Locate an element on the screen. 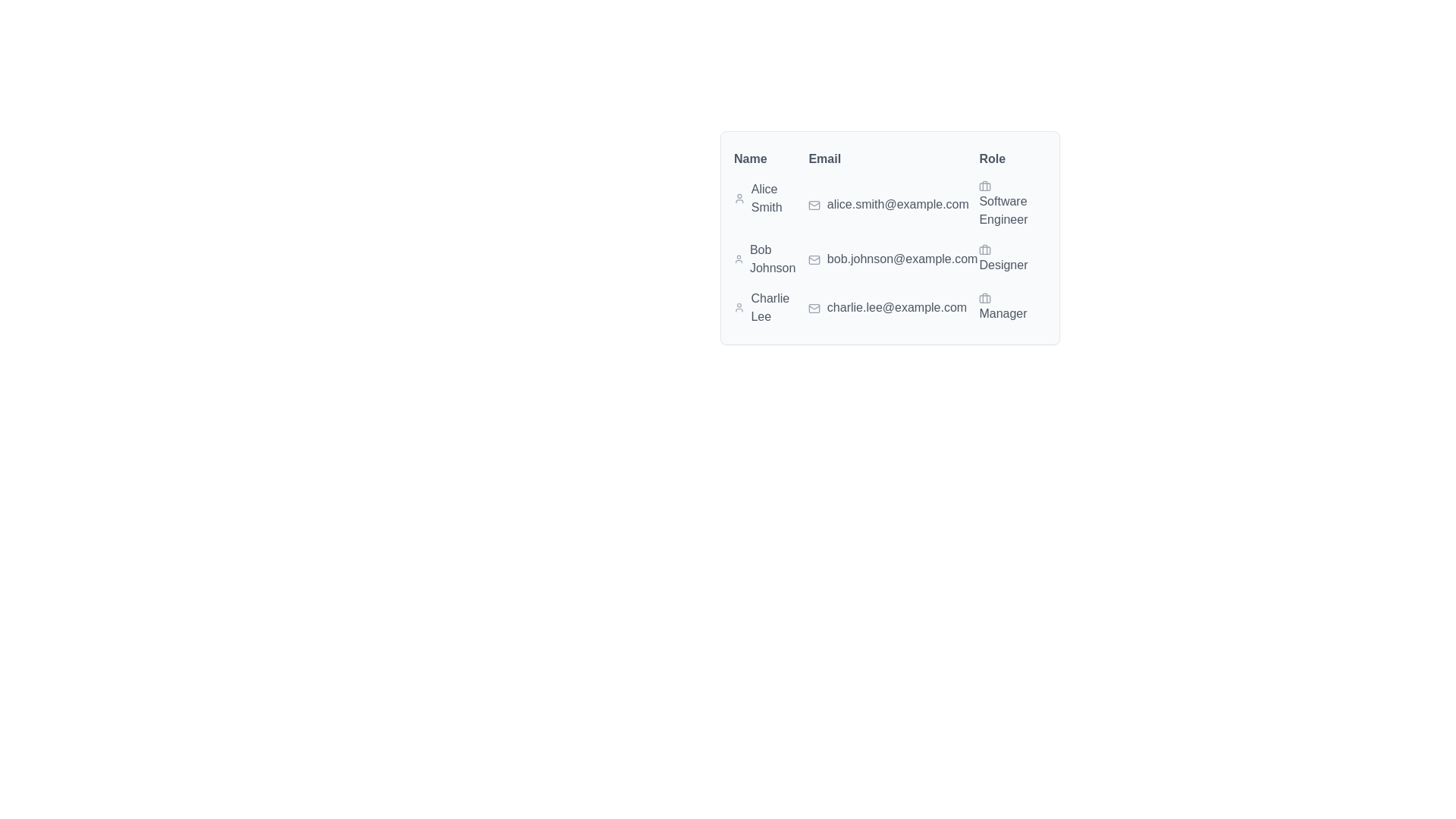  the 'Software Engineer' text and briefcase icon combination in the third column of the first row under the 'Role' column is located at coordinates (1012, 205).